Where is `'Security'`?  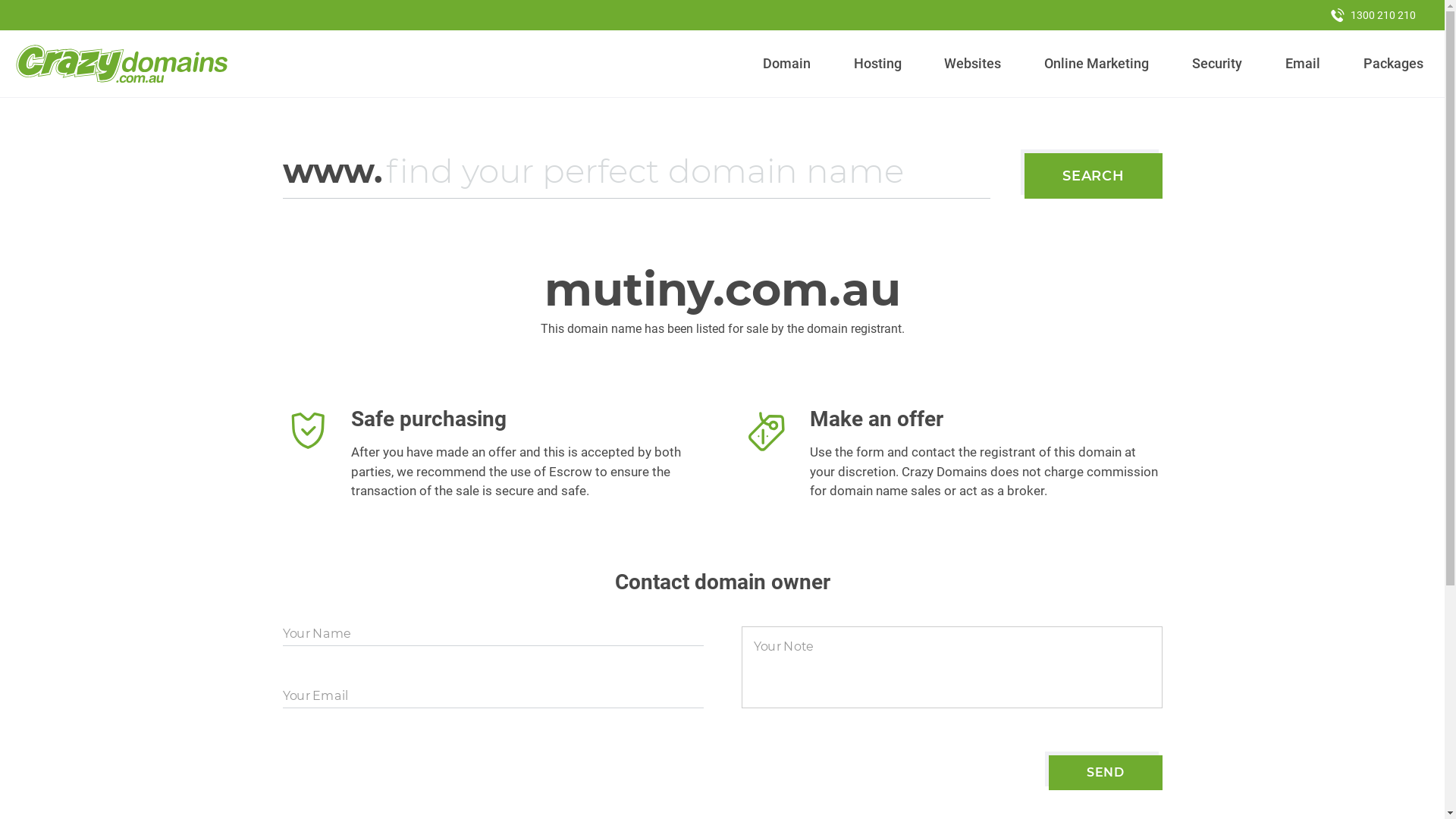
'Security' is located at coordinates (1217, 63).